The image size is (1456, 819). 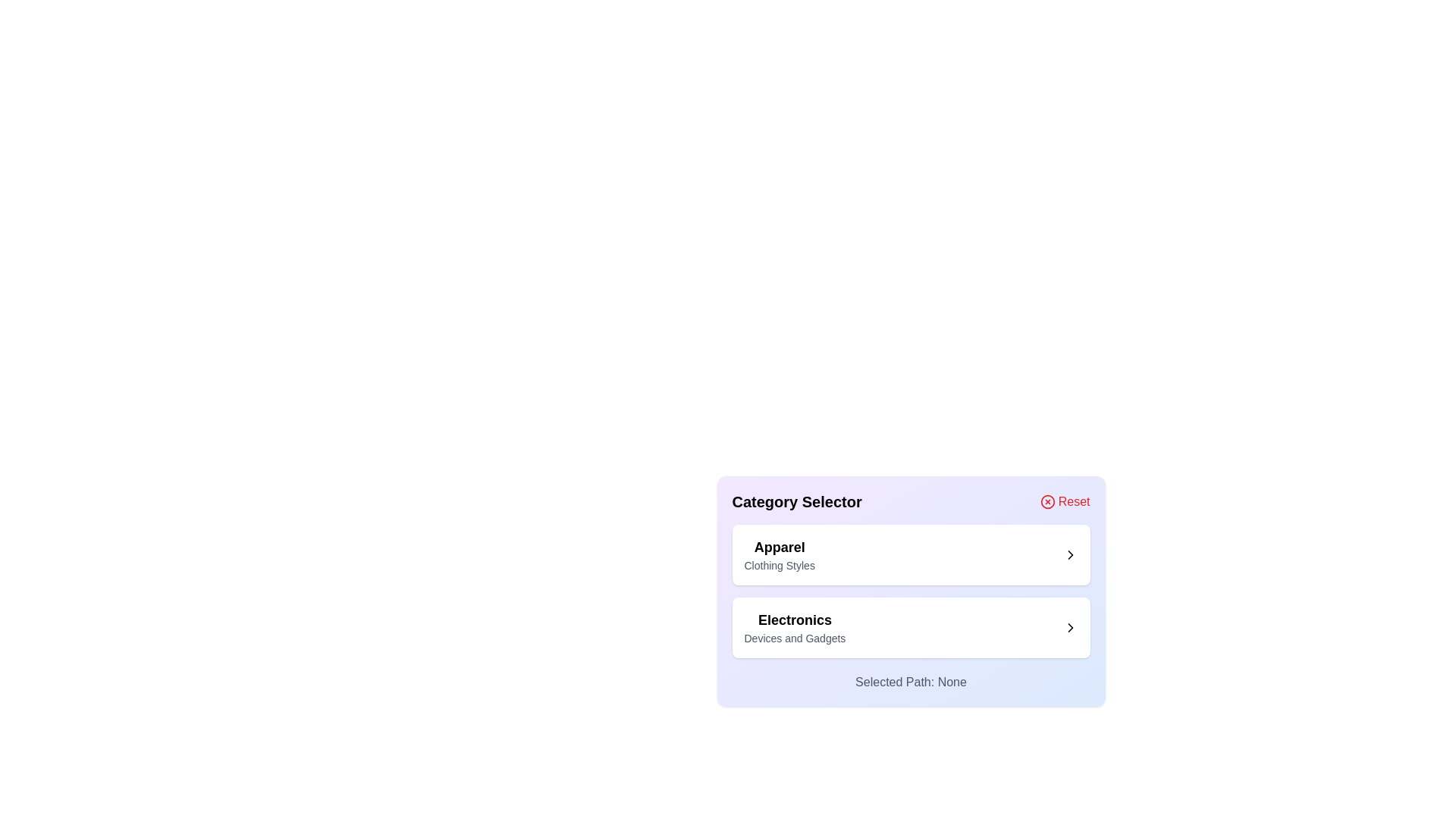 What do you see at coordinates (1069, 628) in the screenshot?
I see `the Chevron Right icon located at the far right of the 'Electronics' list item, which is styled as a right-pointing arrow within a smaller box` at bounding box center [1069, 628].